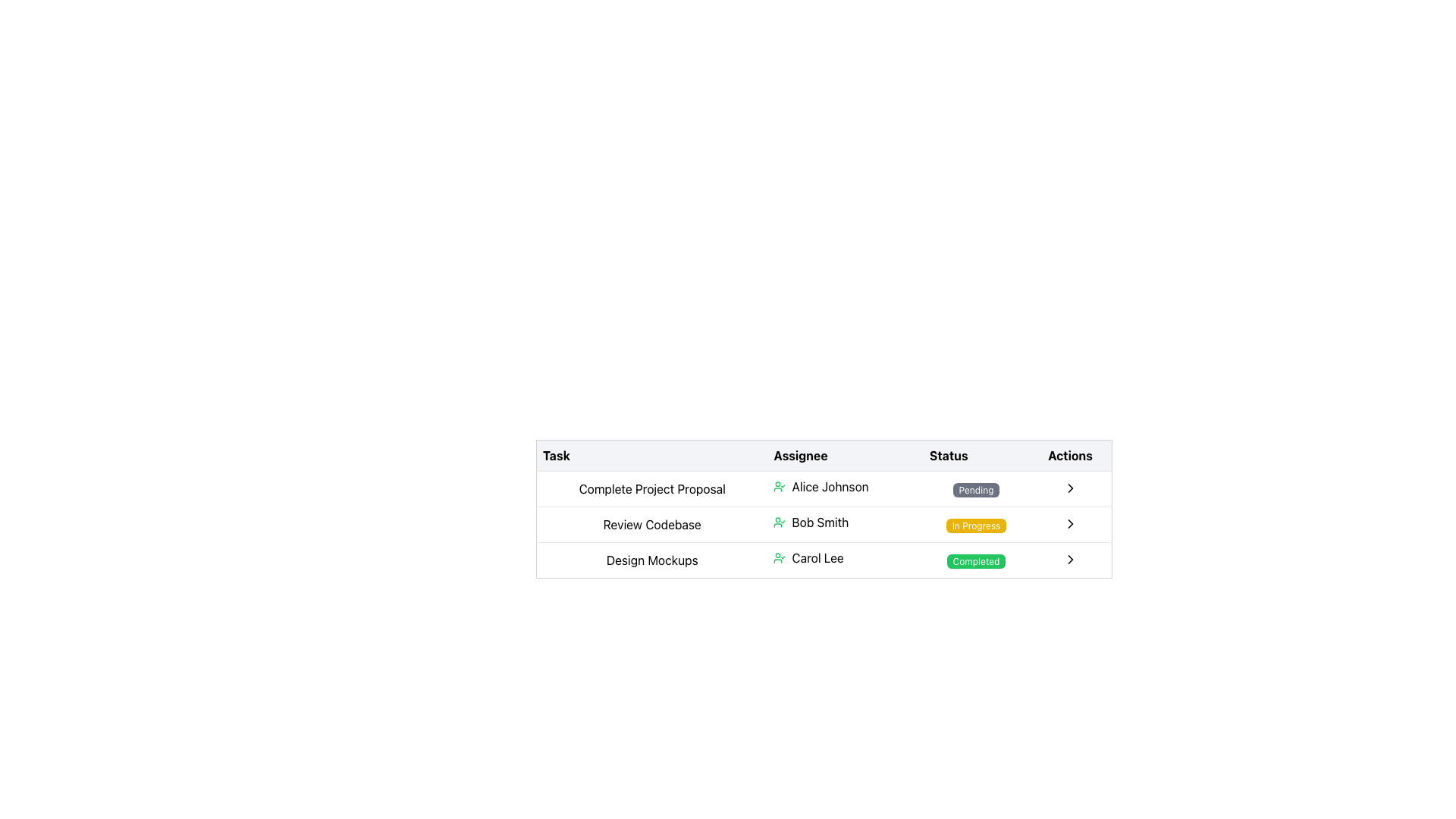 The width and height of the screenshot is (1456, 819). I want to click on the circular button with a chevron-like icon located in the far-right column under the 'Actions' header for the 'Complete Project Proposal' row, so click(1069, 488).